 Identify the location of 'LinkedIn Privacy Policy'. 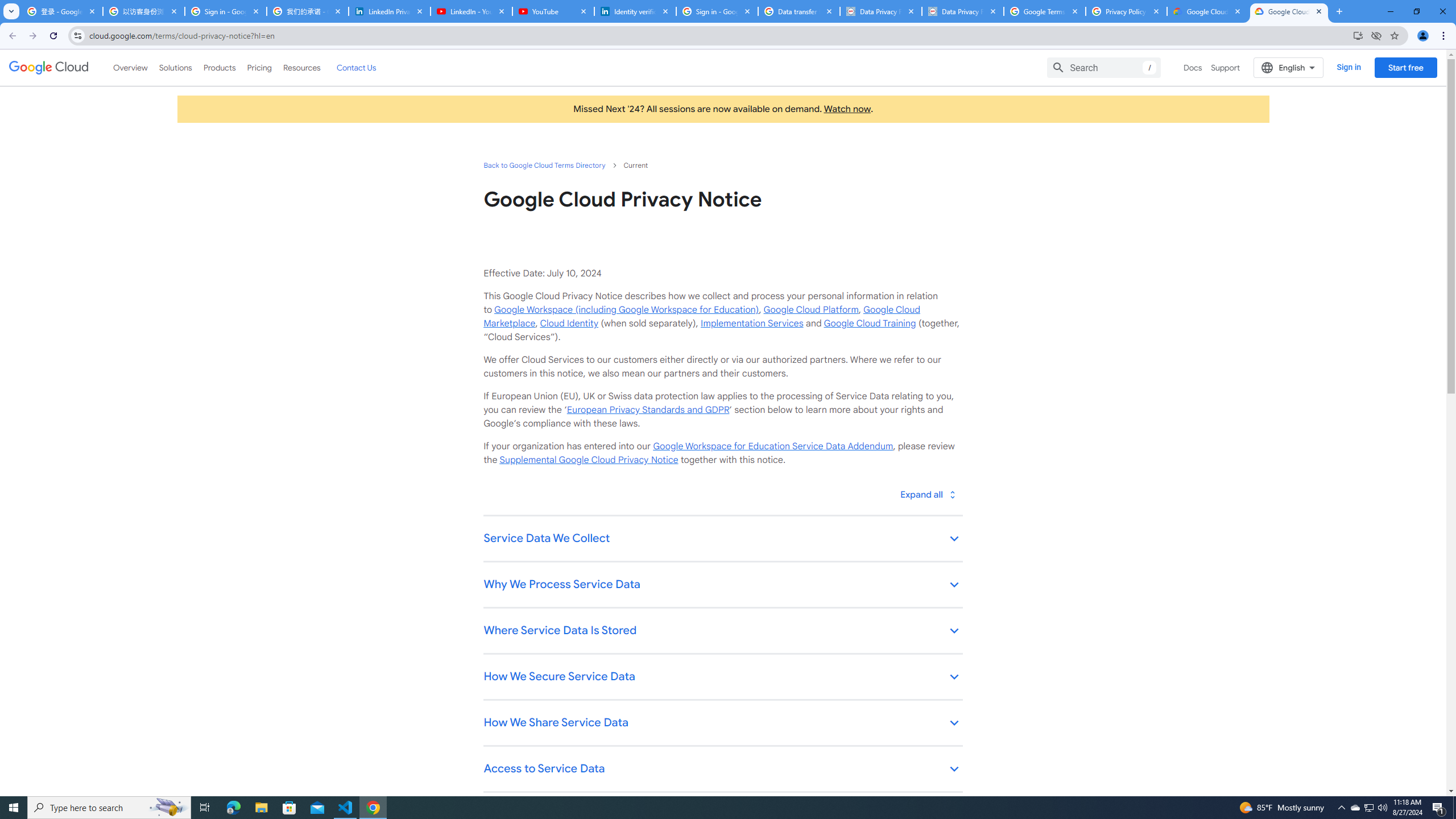
(389, 11).